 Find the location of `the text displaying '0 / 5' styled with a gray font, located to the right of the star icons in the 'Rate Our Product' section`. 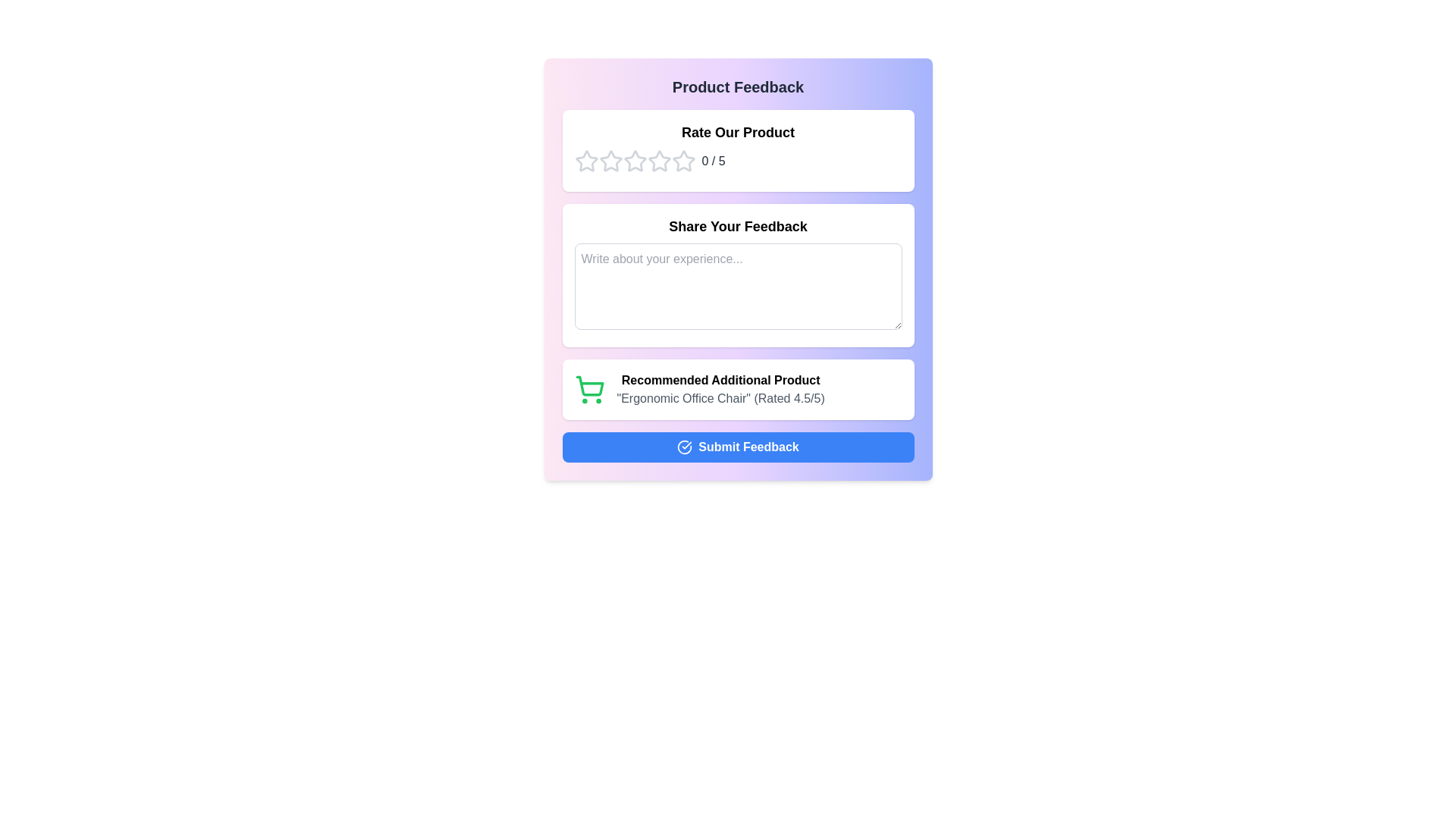

the text displaying '0 / 5' styled with a gray font, located to the right of the star icons in the 'Rate Our Product' section is located at coordinates (712, 161).